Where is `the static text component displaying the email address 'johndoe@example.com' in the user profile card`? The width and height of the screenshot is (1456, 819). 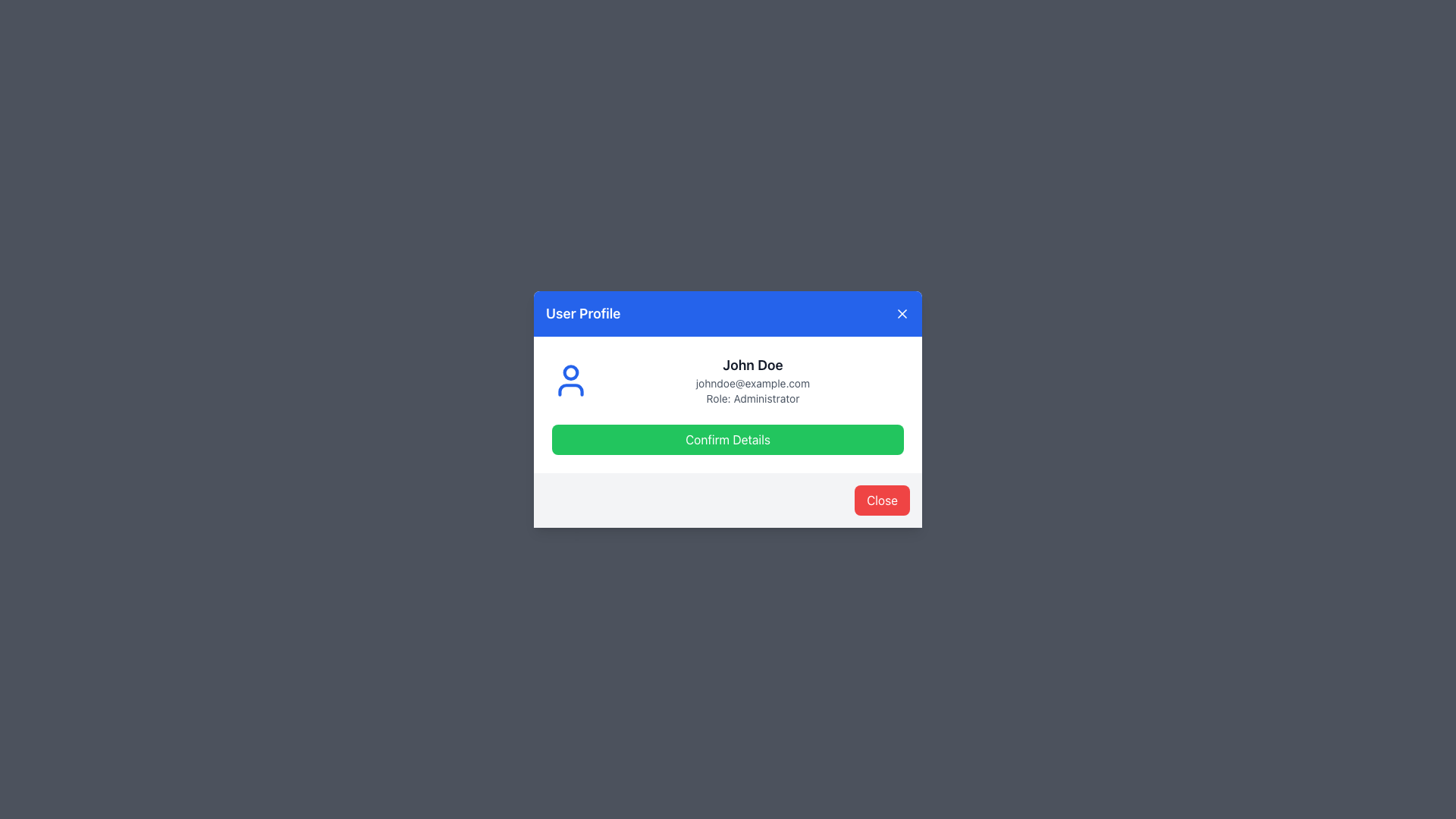
the static text component displaying the email address 'johndoe@example.com' in the user profile card is located at coordinates (753, 382).